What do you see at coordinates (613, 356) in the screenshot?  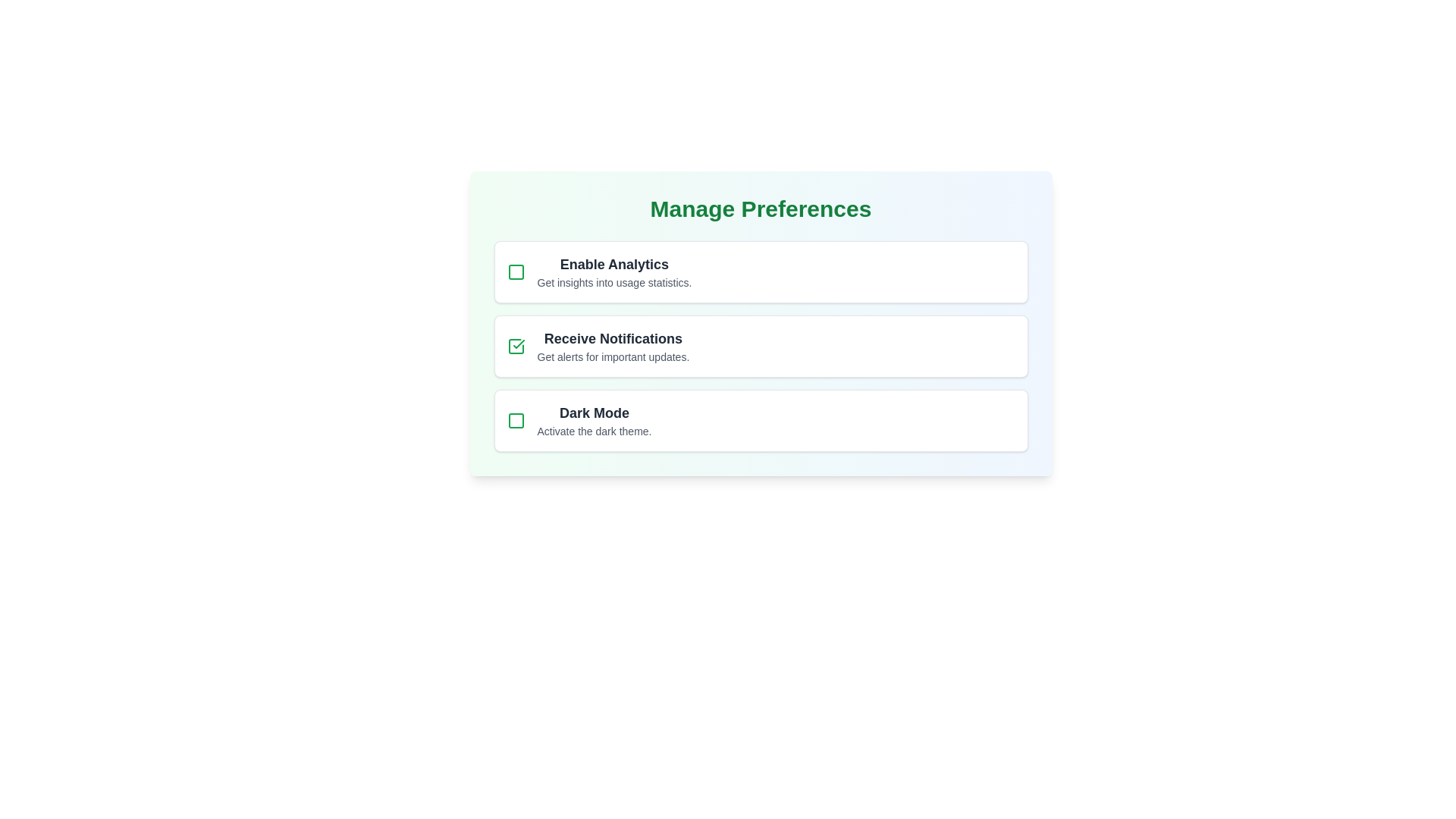 I see `description text that says 'Get alerts for important updates.' which is located below the bold title 'Receive Notifications' in the settings interface` at bounding box center [613, 356].